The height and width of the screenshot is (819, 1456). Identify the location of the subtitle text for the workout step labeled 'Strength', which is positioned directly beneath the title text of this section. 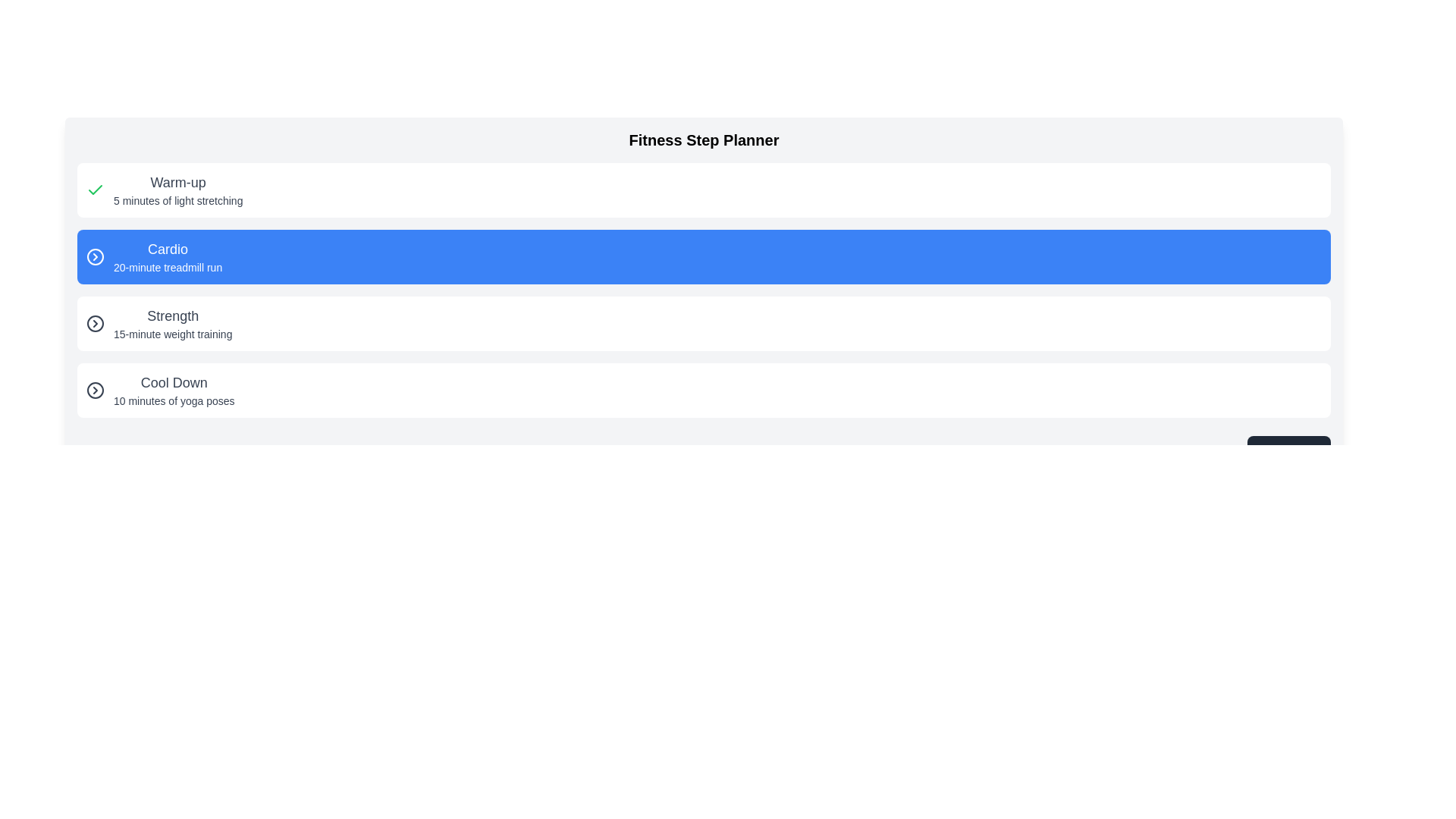
(173, 333).